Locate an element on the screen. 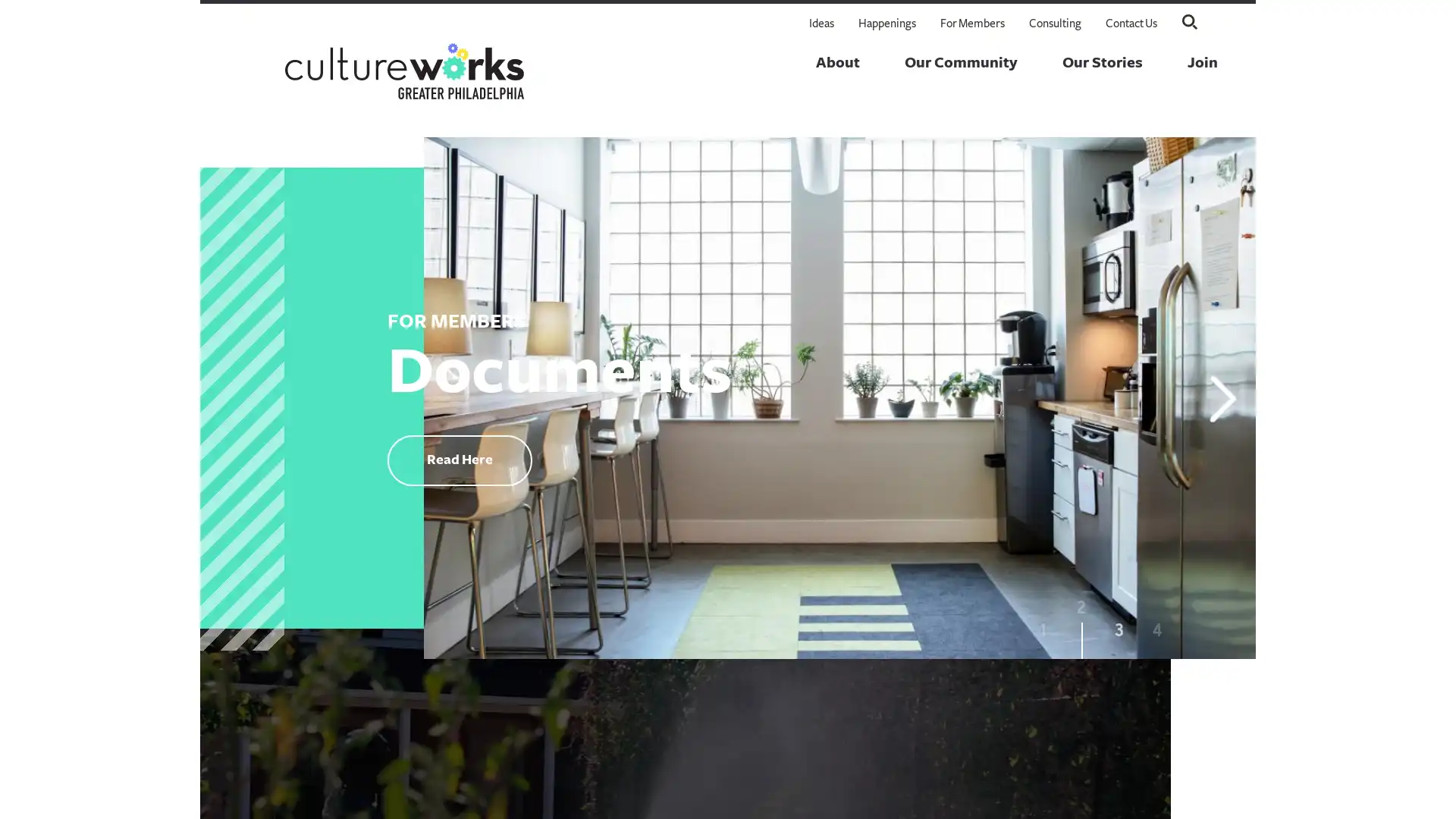  1 is located at coordinates (1043, 635).